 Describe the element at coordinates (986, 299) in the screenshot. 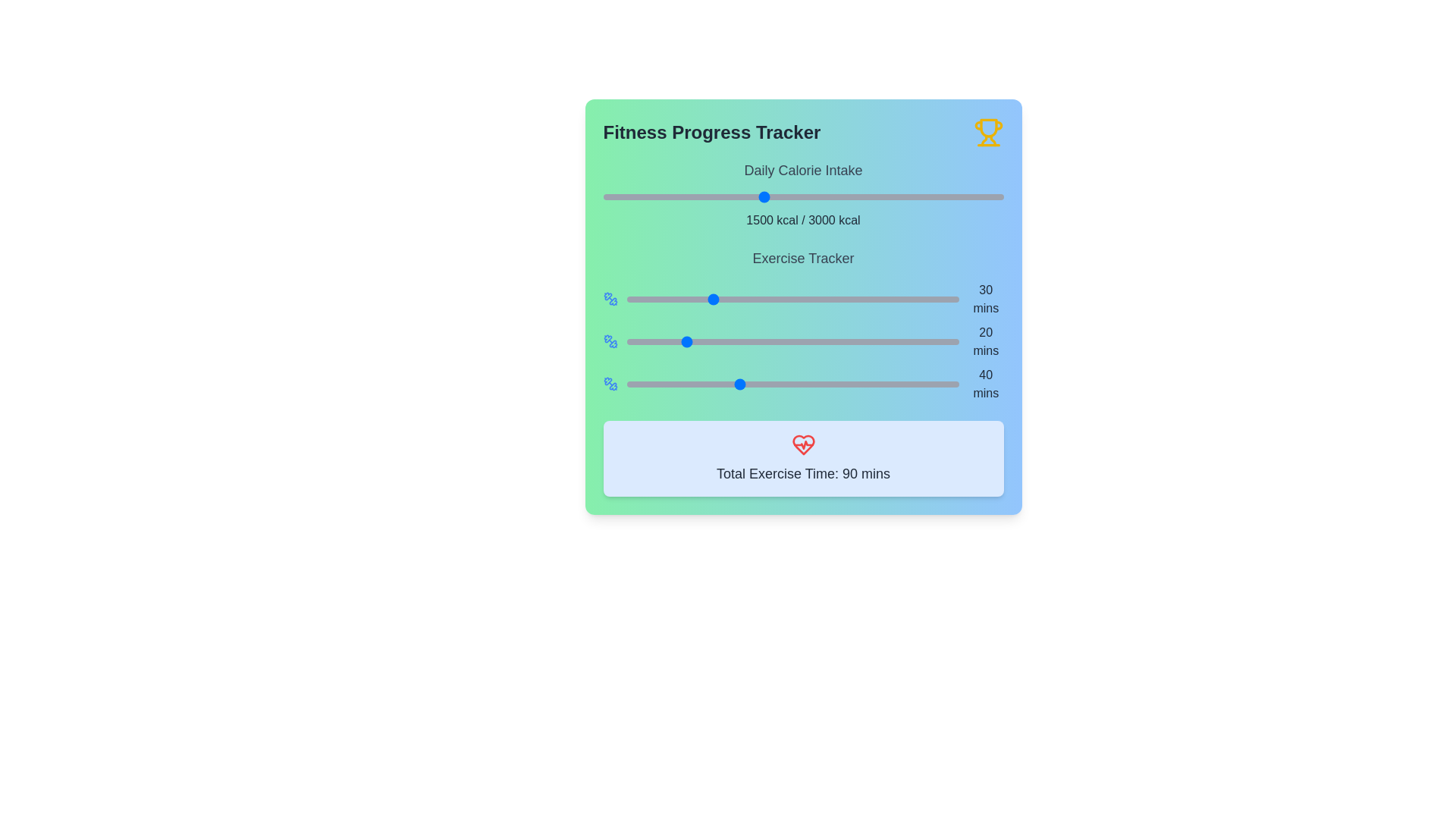

I see `the Text Label displaying '30 mins' which indicates the selected time duration on the slider associated with the 'Exercise Tracker'` at that location.